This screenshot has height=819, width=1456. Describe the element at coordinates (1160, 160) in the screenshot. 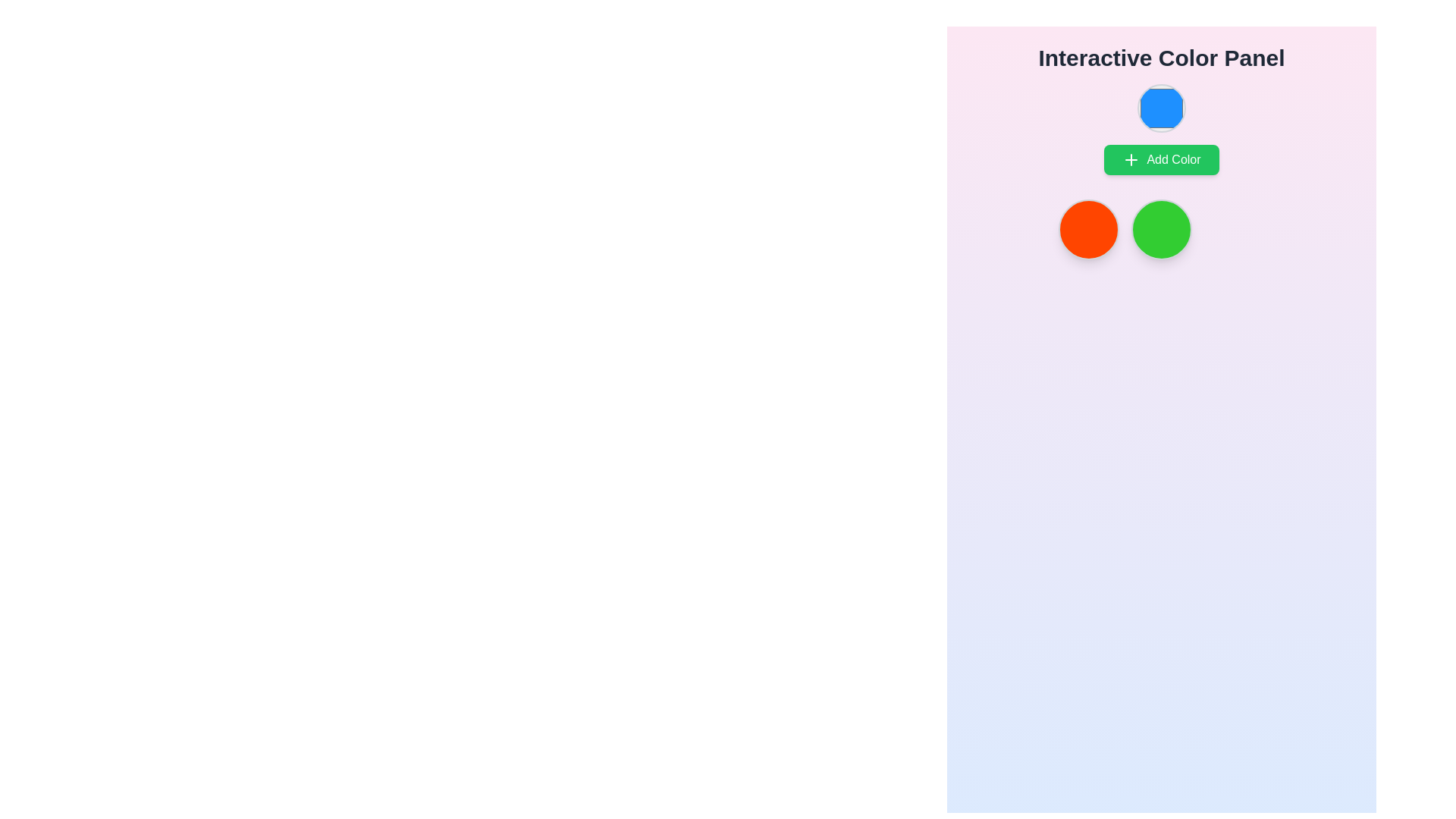

I see `the button that initiates the addition process, located below the circular color picker and above two circular colored buttons` at that location.